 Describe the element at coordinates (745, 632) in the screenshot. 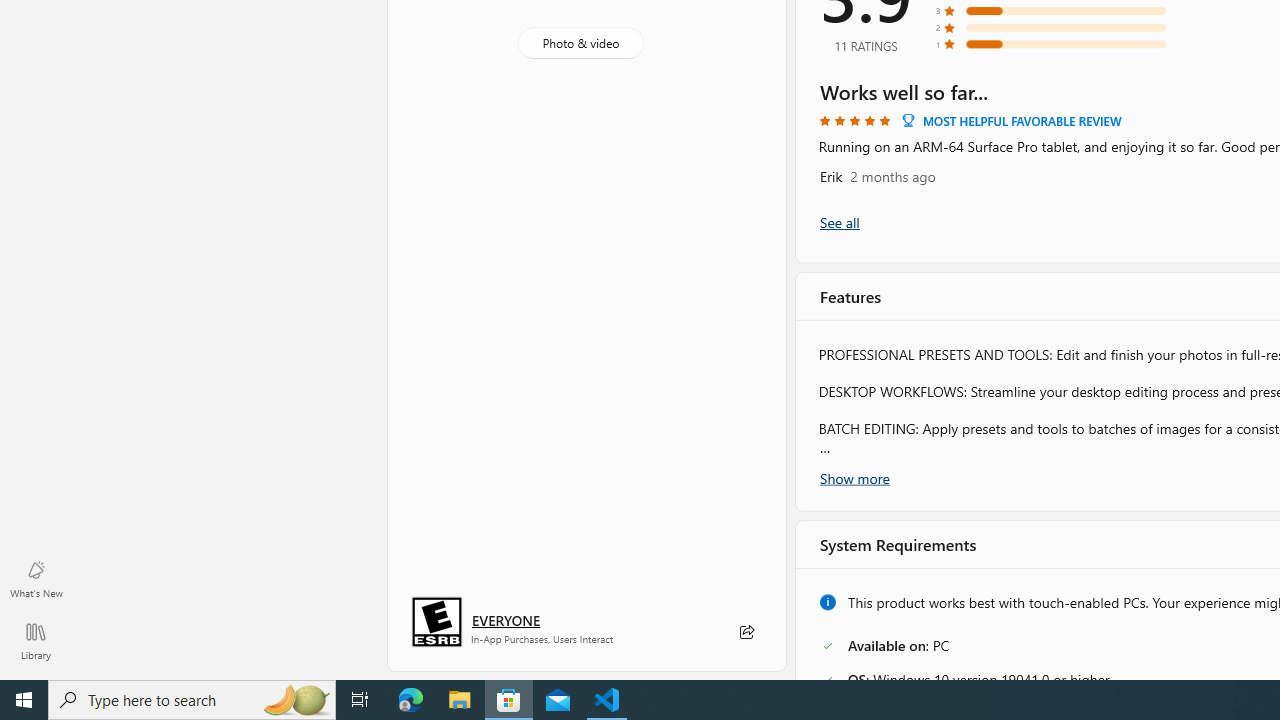

I see `'Share'` at that location.